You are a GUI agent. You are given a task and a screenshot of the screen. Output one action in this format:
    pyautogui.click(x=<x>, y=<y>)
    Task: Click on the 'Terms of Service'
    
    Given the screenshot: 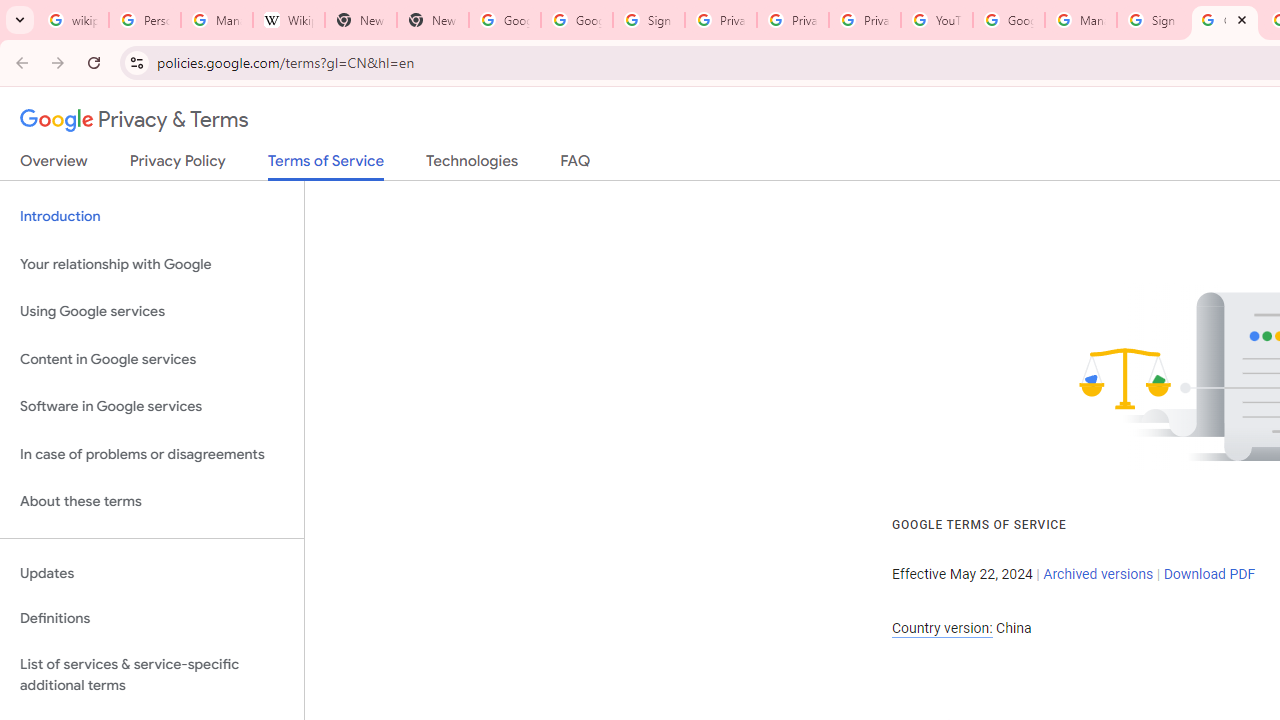 What is the action you would take?
    pyautogui.click(x=326, y=165)
    